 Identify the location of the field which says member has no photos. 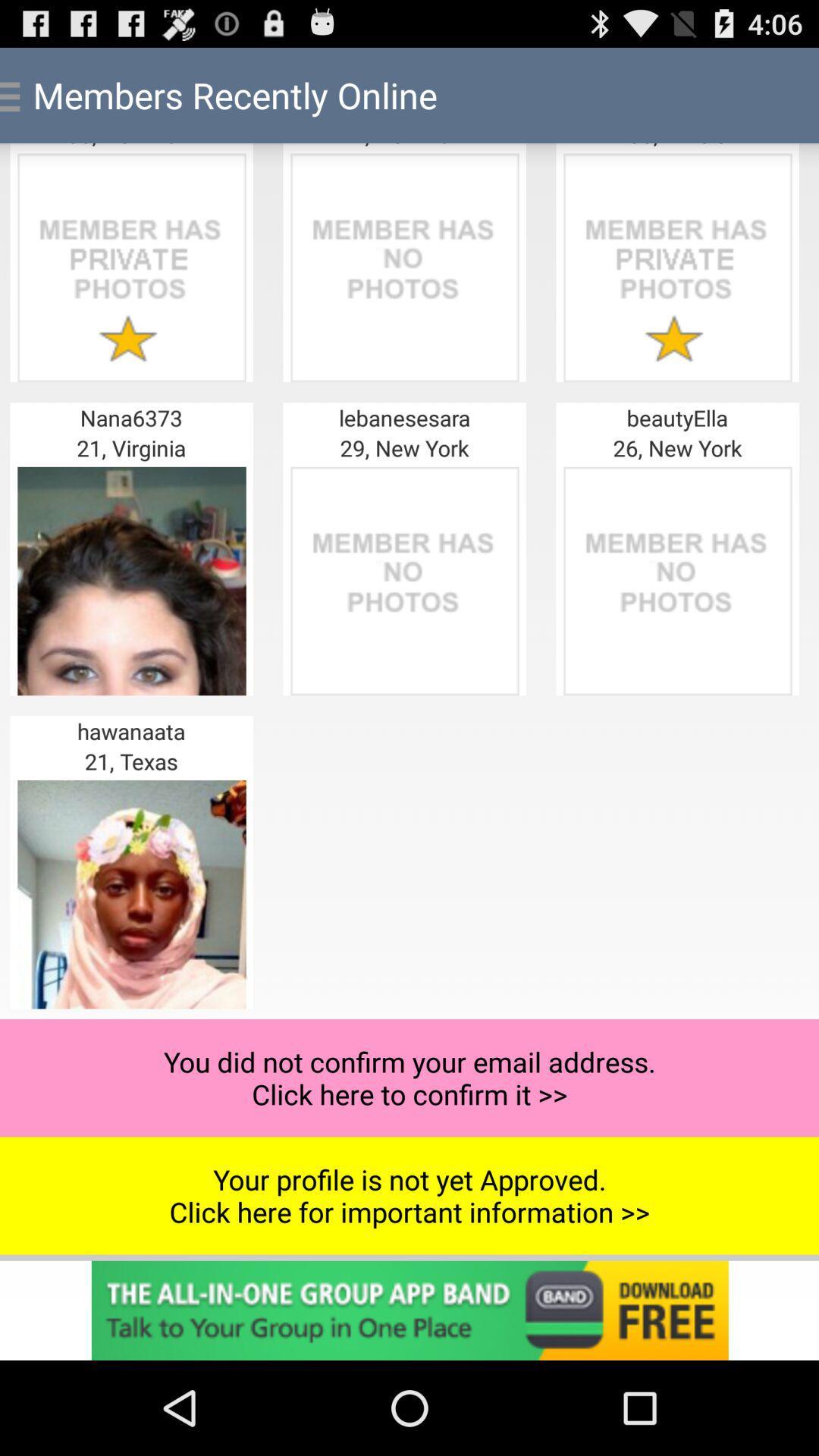
(403, 580).